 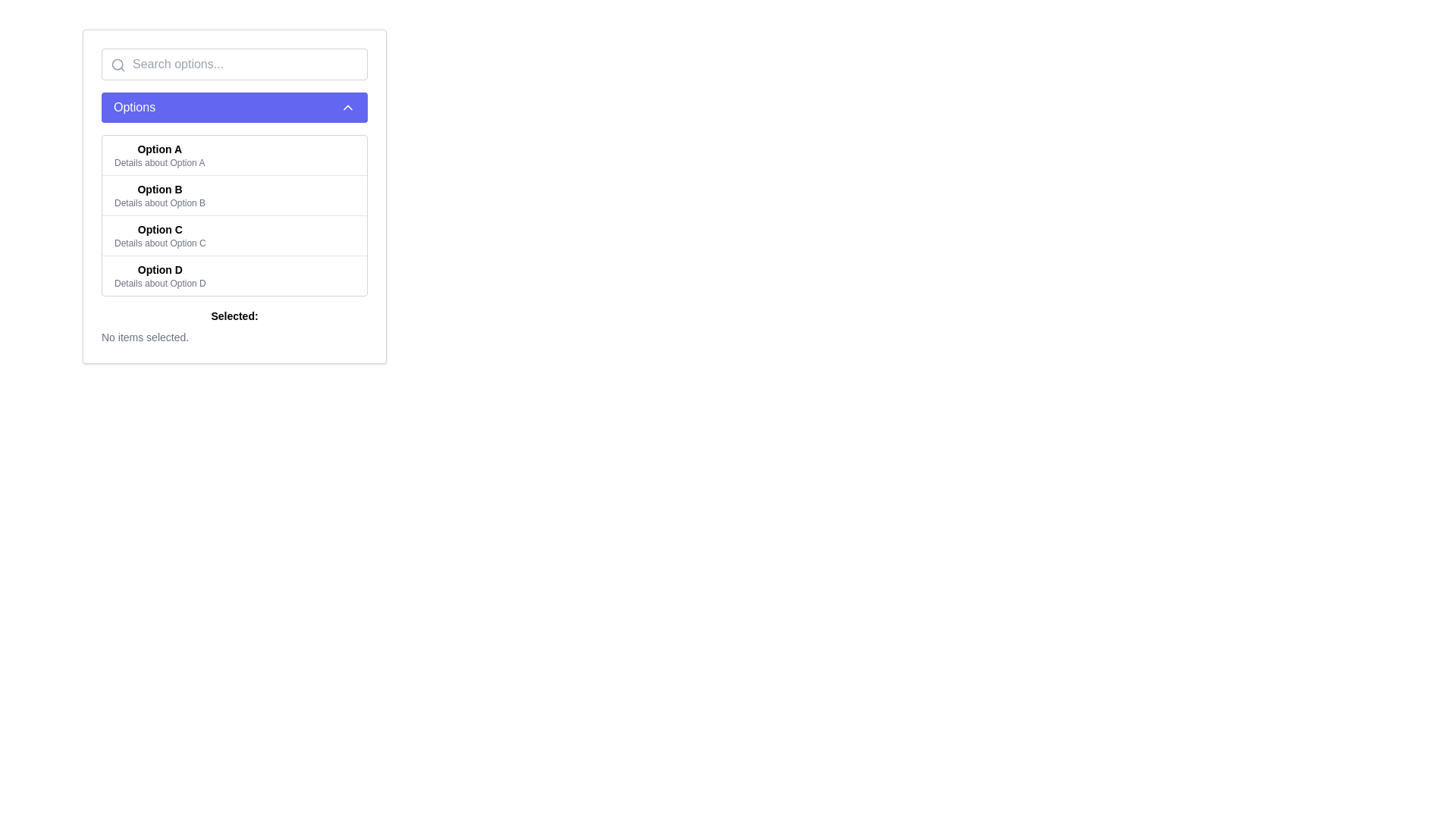 What do you see at coordinates (234, 194) in the screenshot?
I see `the second item in the selectable list that displays 'Option B'` at bounding box center [234, 194].